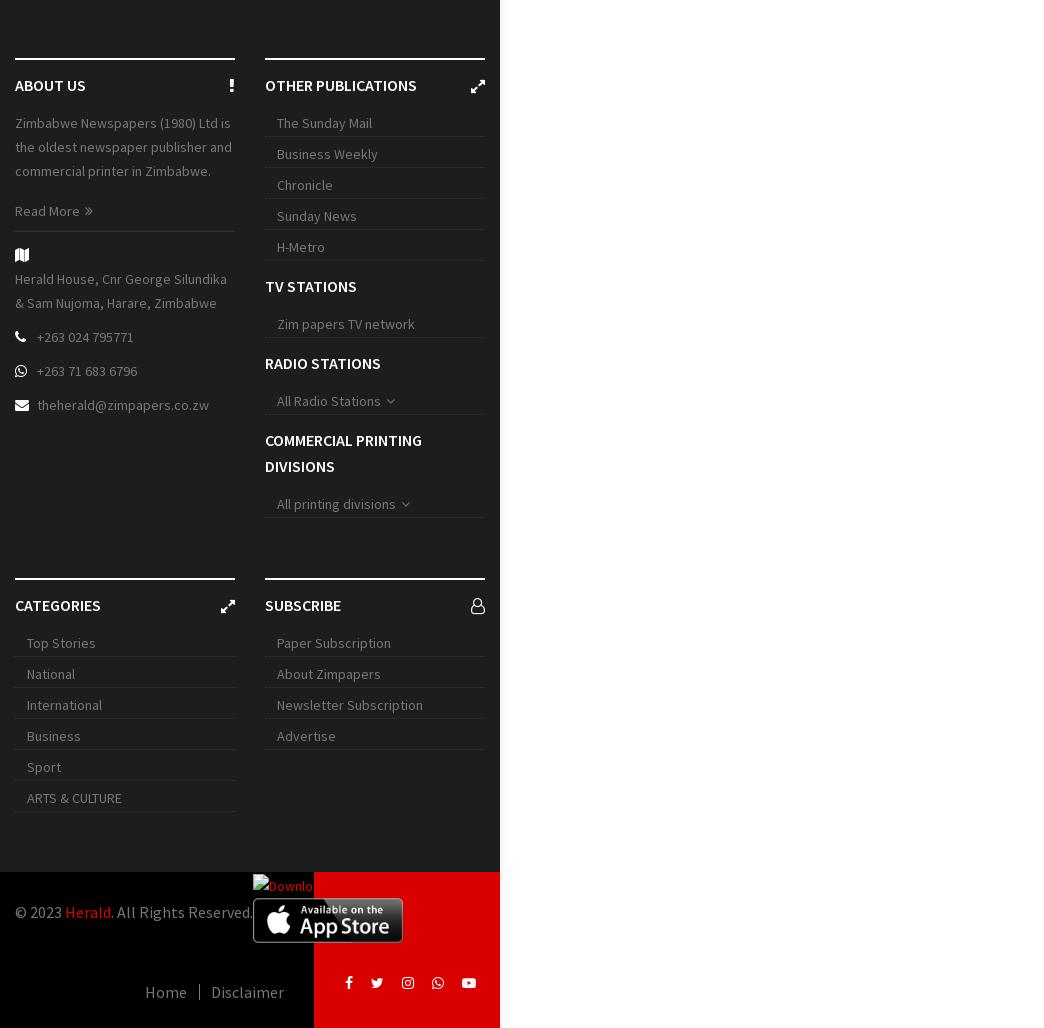 Image resolution: width=1044 pixels, height=1028 pixels. Describe the element at coordinates (328, 673) in the screenshot. I see `'About Zimpapers'` at that location.